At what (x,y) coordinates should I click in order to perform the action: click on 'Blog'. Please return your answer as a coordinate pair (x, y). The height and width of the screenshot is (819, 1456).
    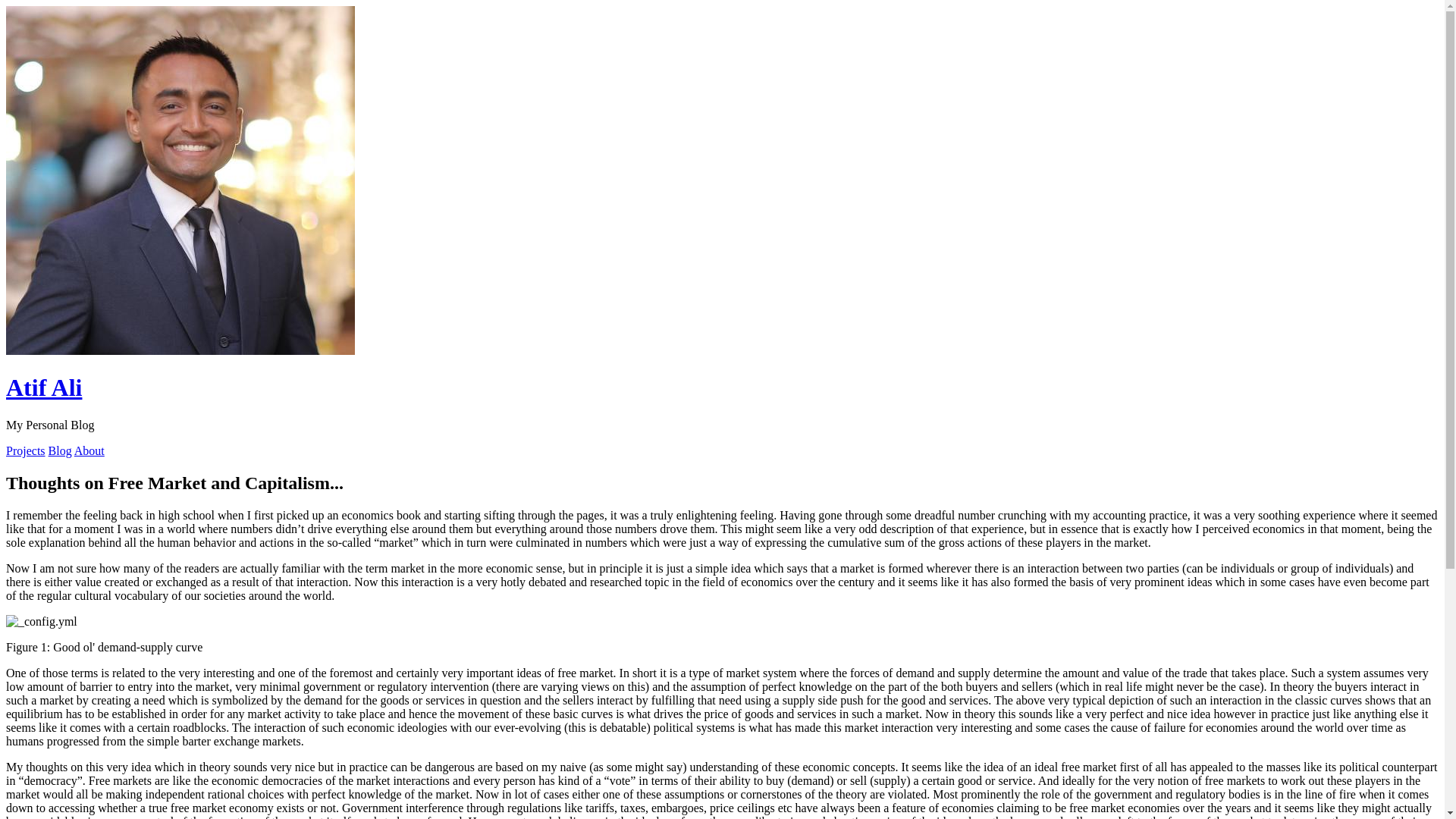
    Looking at the image, I should click on (60, 450).